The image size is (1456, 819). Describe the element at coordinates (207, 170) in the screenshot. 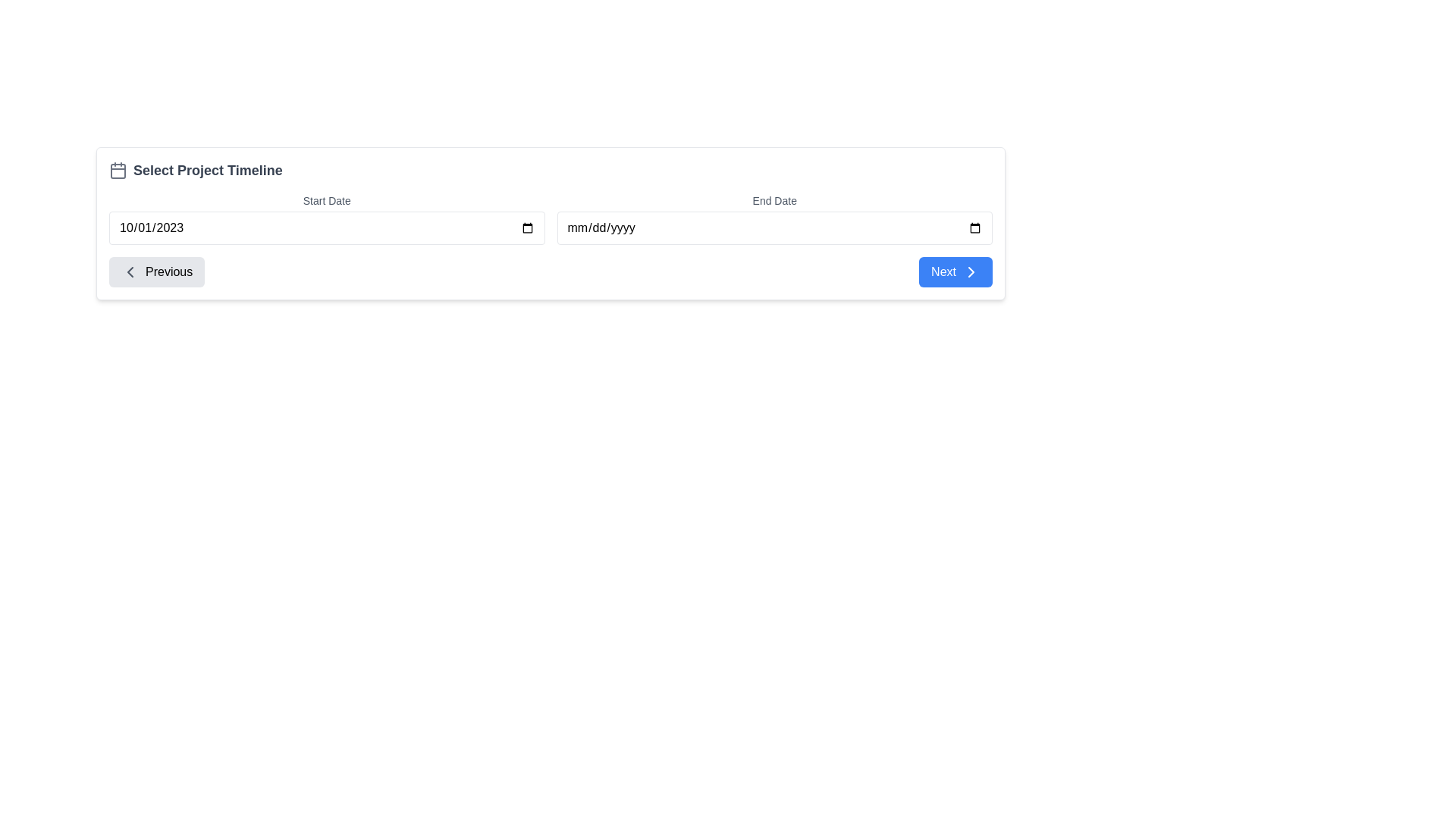

I see `the static text label displaying 'Select Project Timeline', which is a bold, large gray font aligned with section headings, located in the top-left corner of the form section` at that location.